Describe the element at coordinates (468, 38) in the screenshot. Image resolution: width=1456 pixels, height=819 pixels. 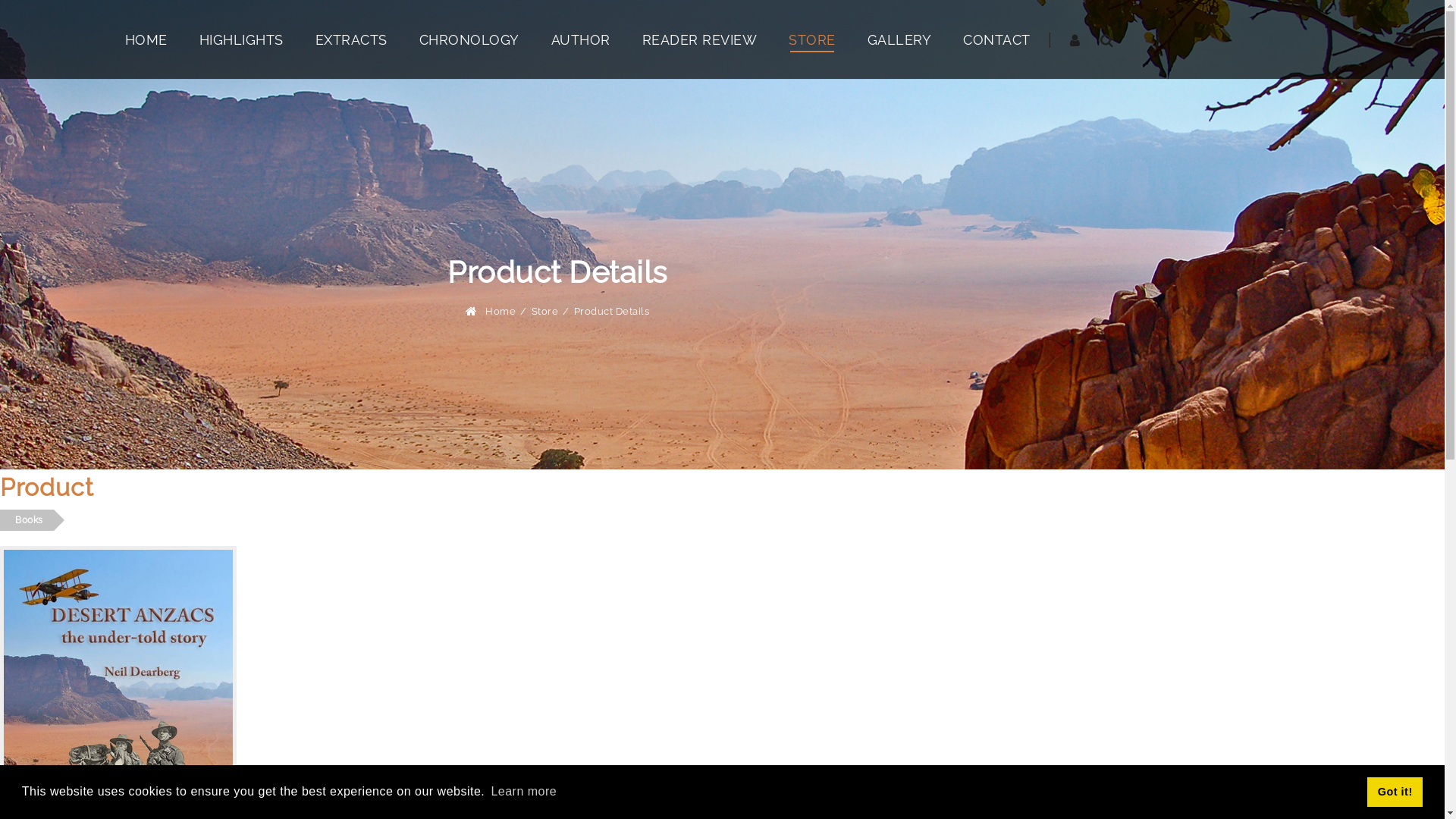
I see `'CHRONOLOGY'` at that location.